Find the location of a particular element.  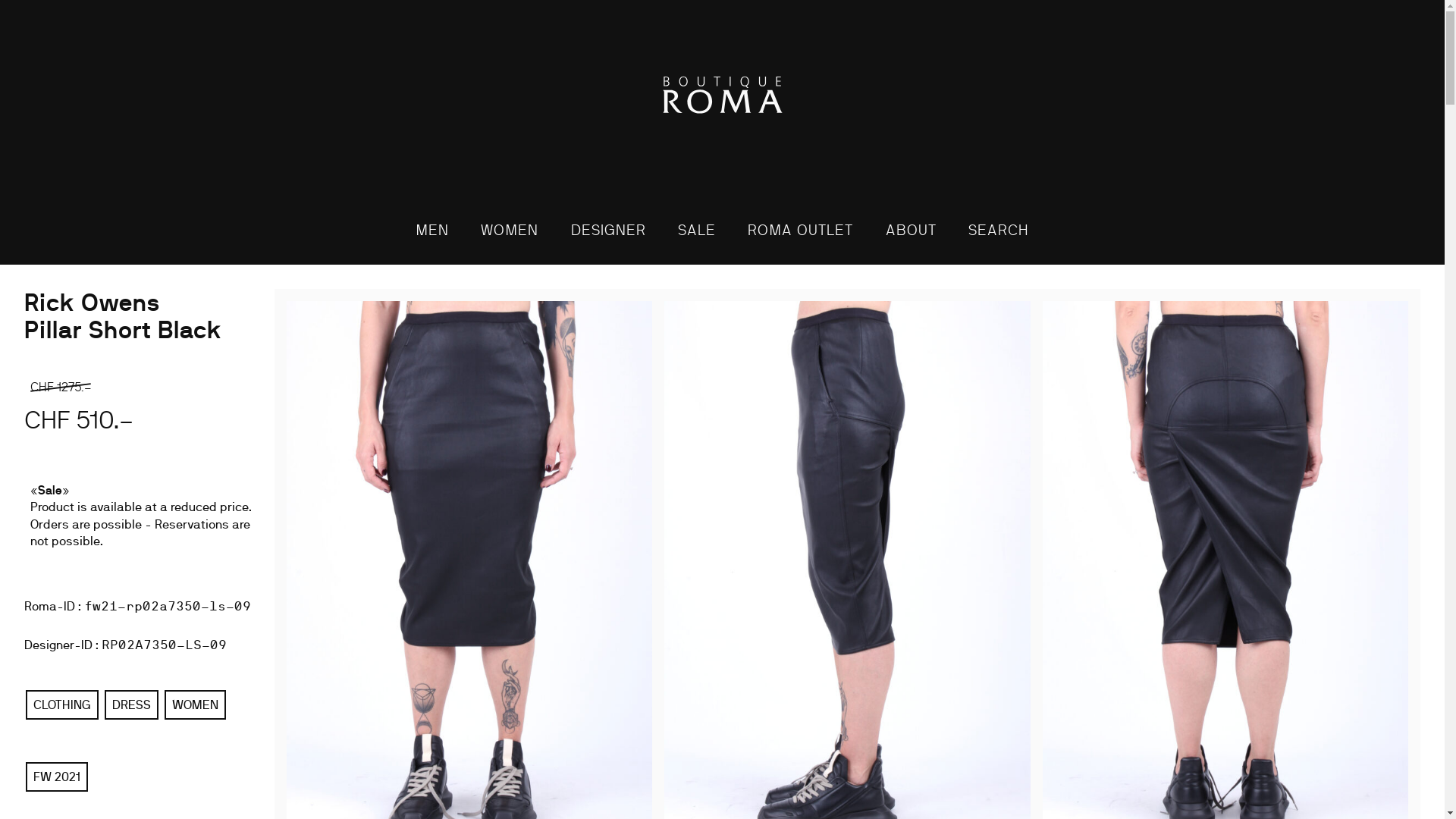

'CLOTHING' is located at coordinates (61, 704).